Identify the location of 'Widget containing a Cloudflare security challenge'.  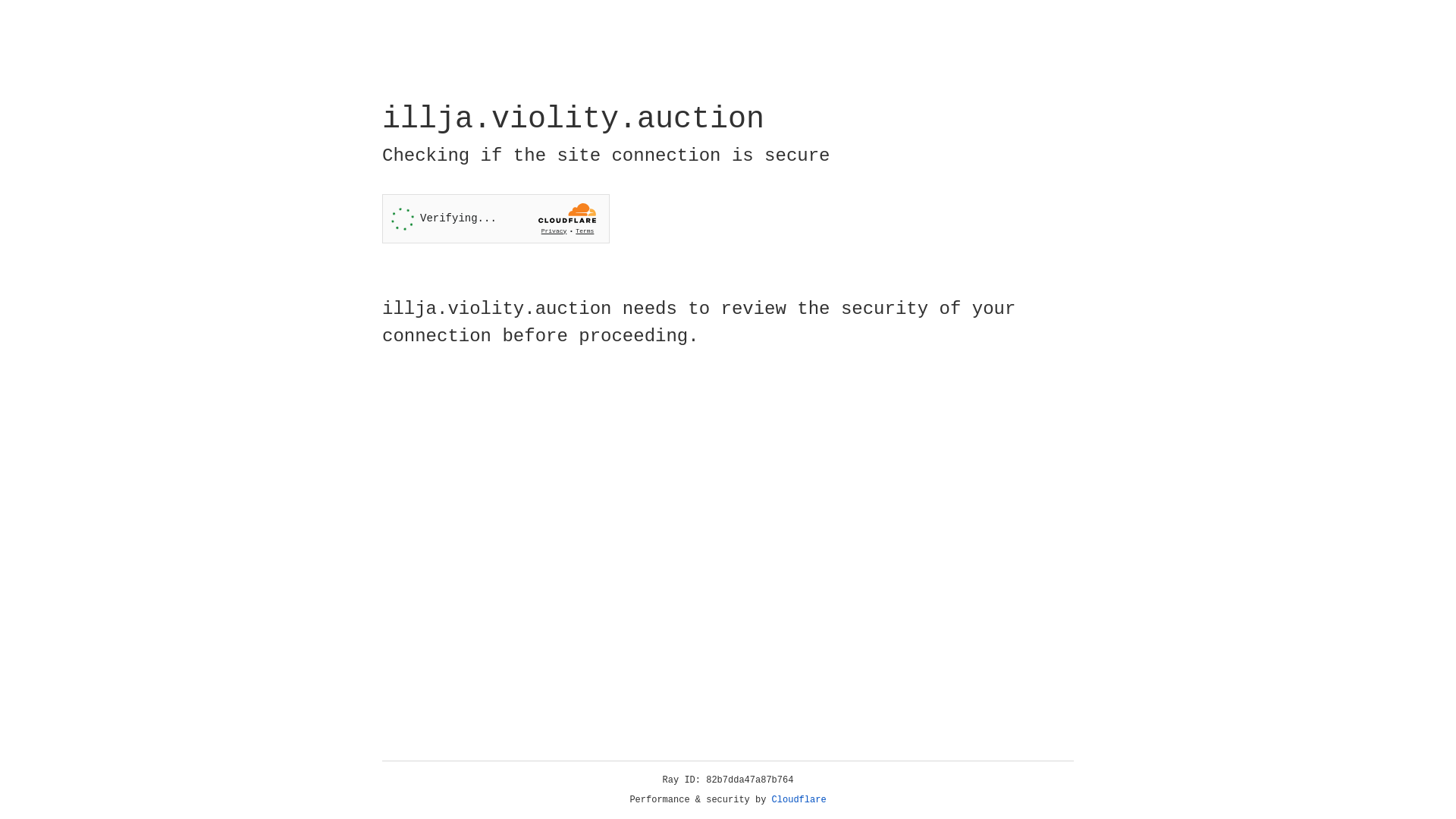
(495, 218).